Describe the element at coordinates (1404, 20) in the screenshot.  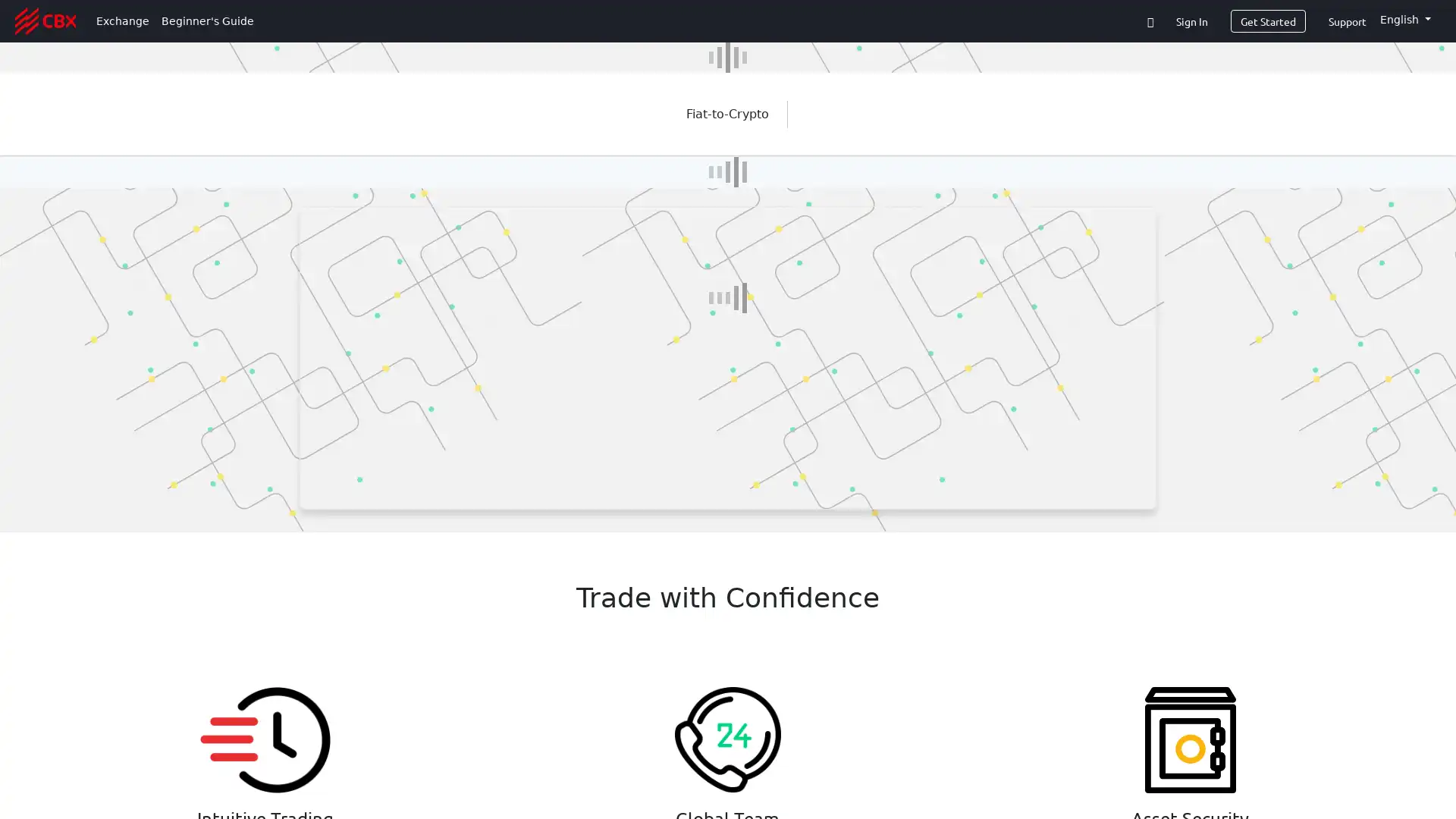
I see `English` at that location.